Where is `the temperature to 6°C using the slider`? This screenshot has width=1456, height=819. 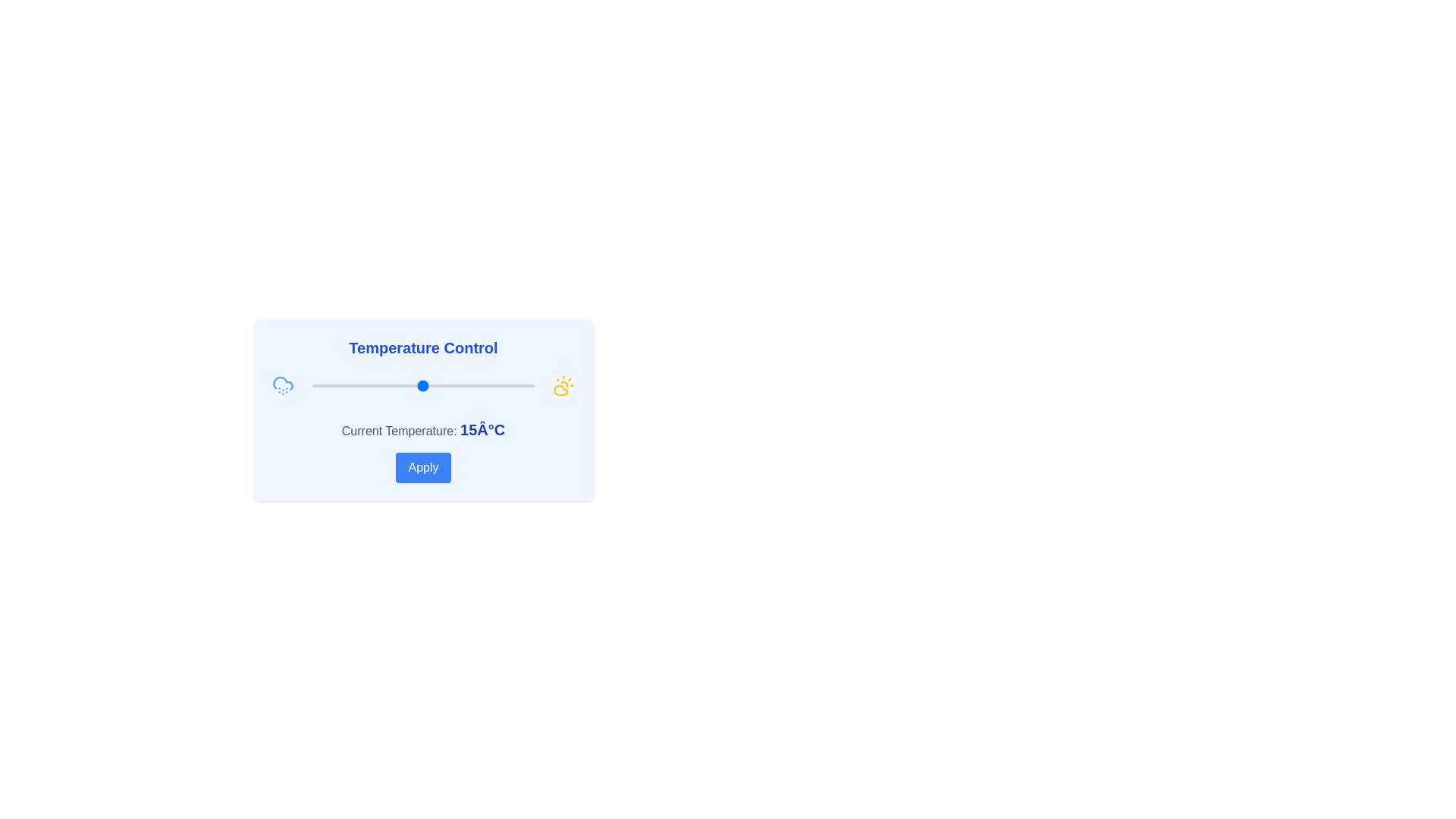 the temperature to 6°C using the slider is located at coordinates (383, 385).